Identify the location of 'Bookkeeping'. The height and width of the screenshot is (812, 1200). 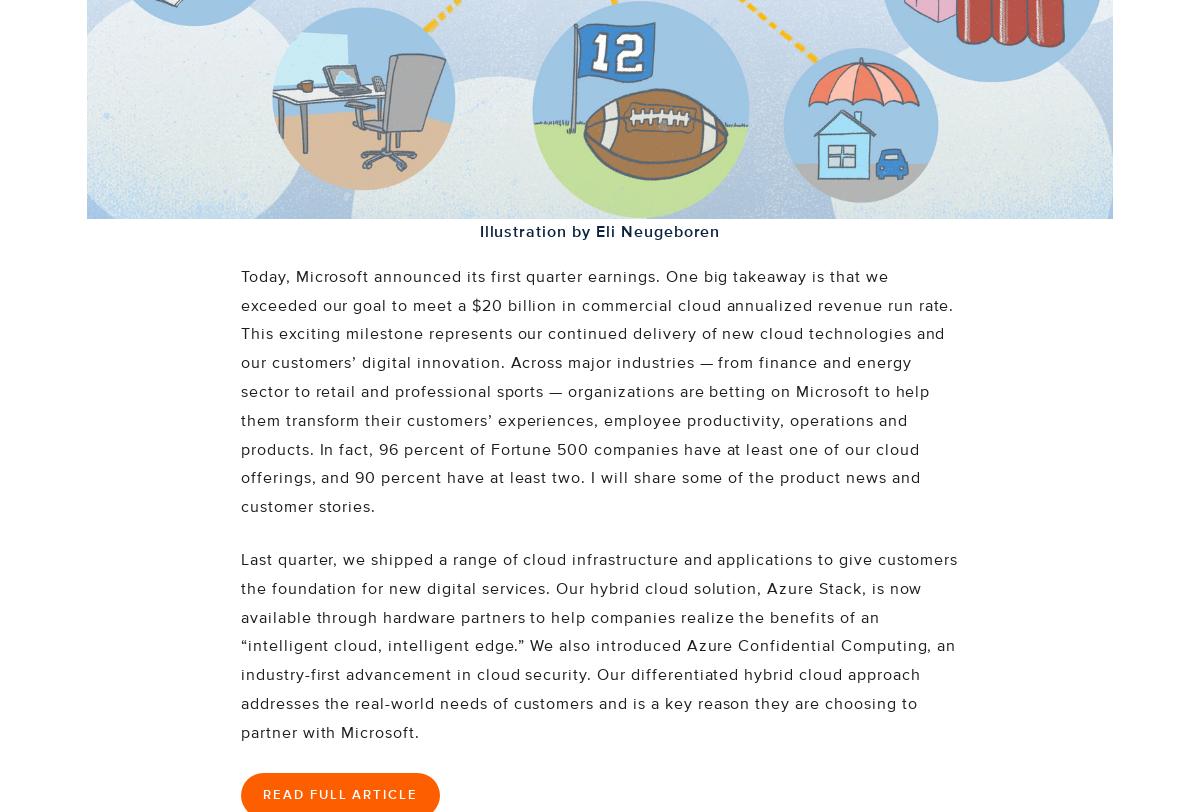
(483, 19).